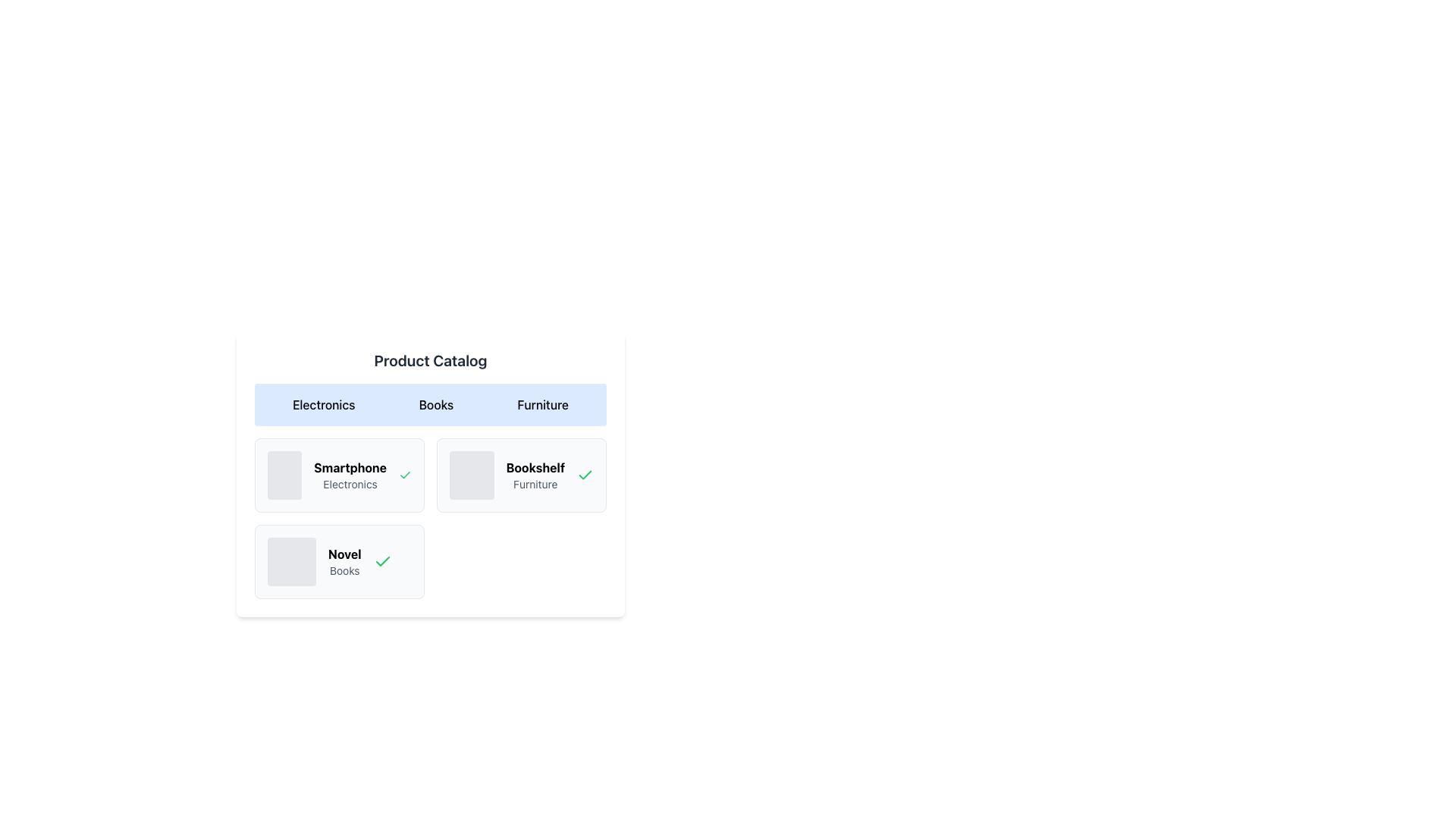 This screenshot has width=1456, height=819. I want to click on the Interactive card identified by its light gray background, bold black text 'Novel', smaller gray text 'Books', and a green checkmark icon on the right, located in the bottom-left position of the grid layout in the 'Books' tab section, so click(338, 561).